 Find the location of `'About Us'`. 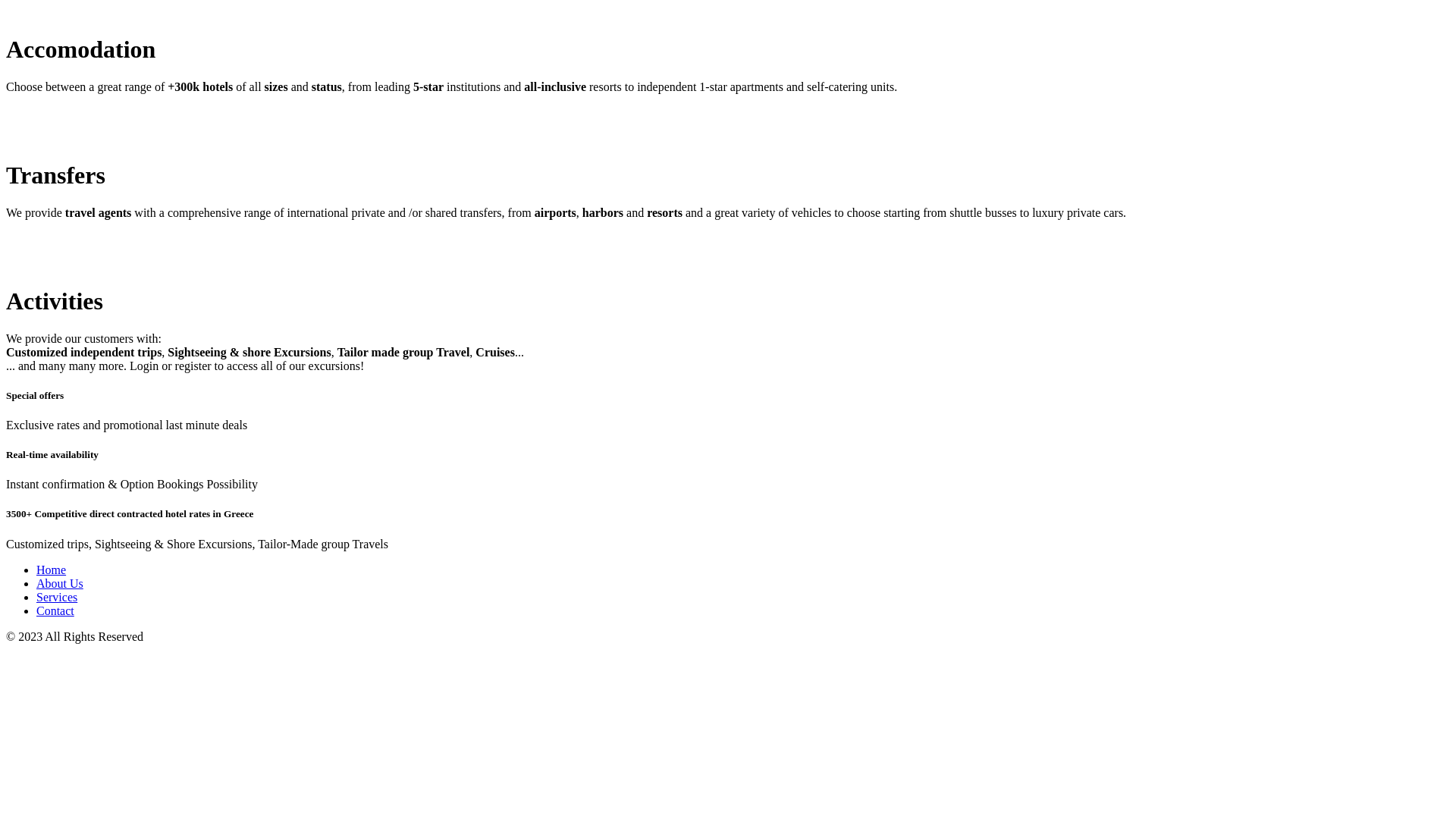

'About Us' is located at coordinates (59, 582).